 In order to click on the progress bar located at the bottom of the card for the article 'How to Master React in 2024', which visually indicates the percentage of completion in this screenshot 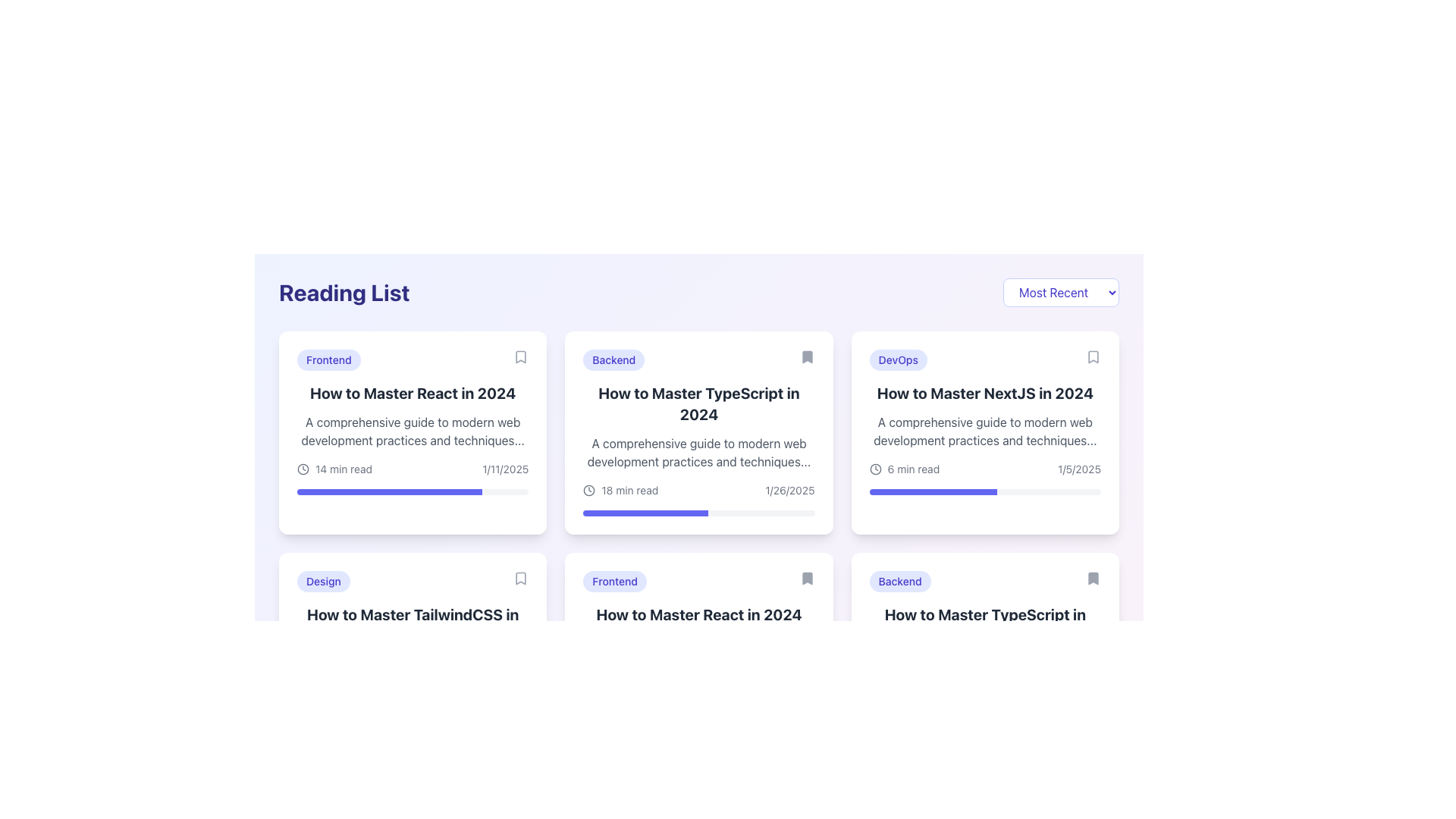, I will do `click(698, 714)`.